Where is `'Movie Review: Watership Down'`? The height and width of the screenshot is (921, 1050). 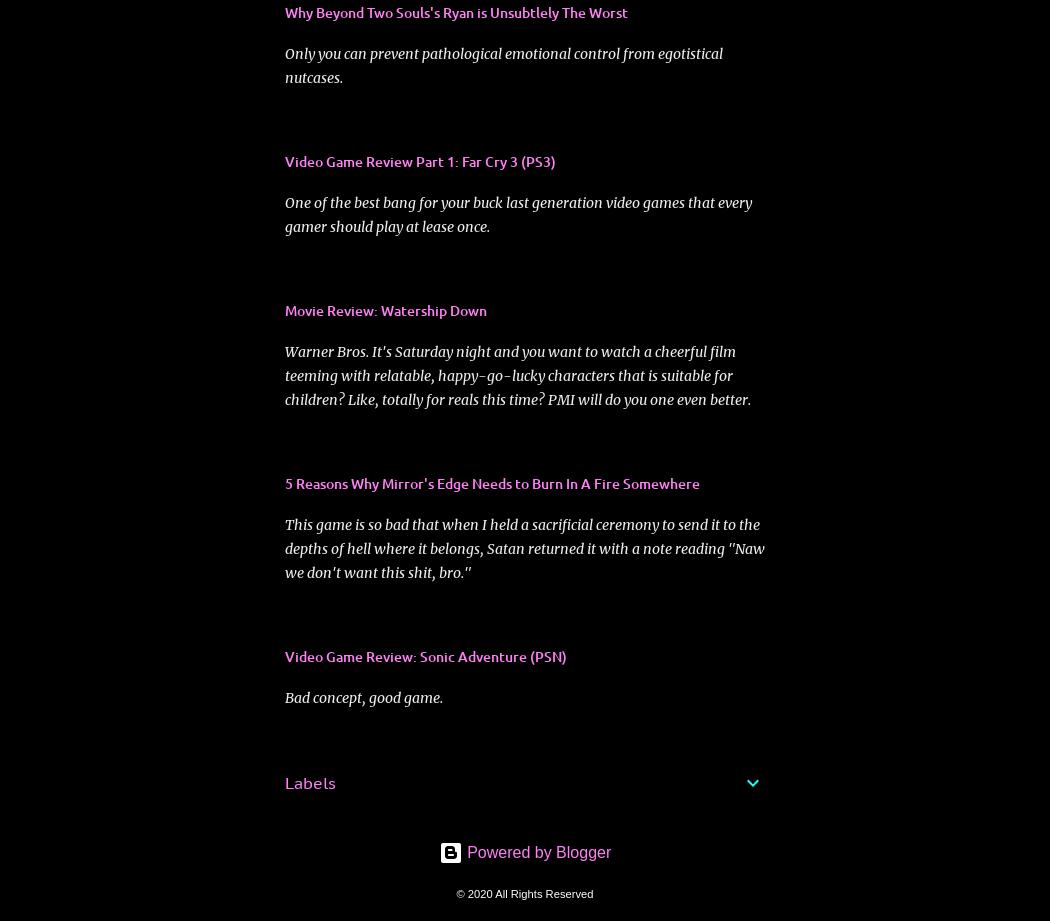
'Movie Review: Watership Down' is located at coordinates (385, 309).